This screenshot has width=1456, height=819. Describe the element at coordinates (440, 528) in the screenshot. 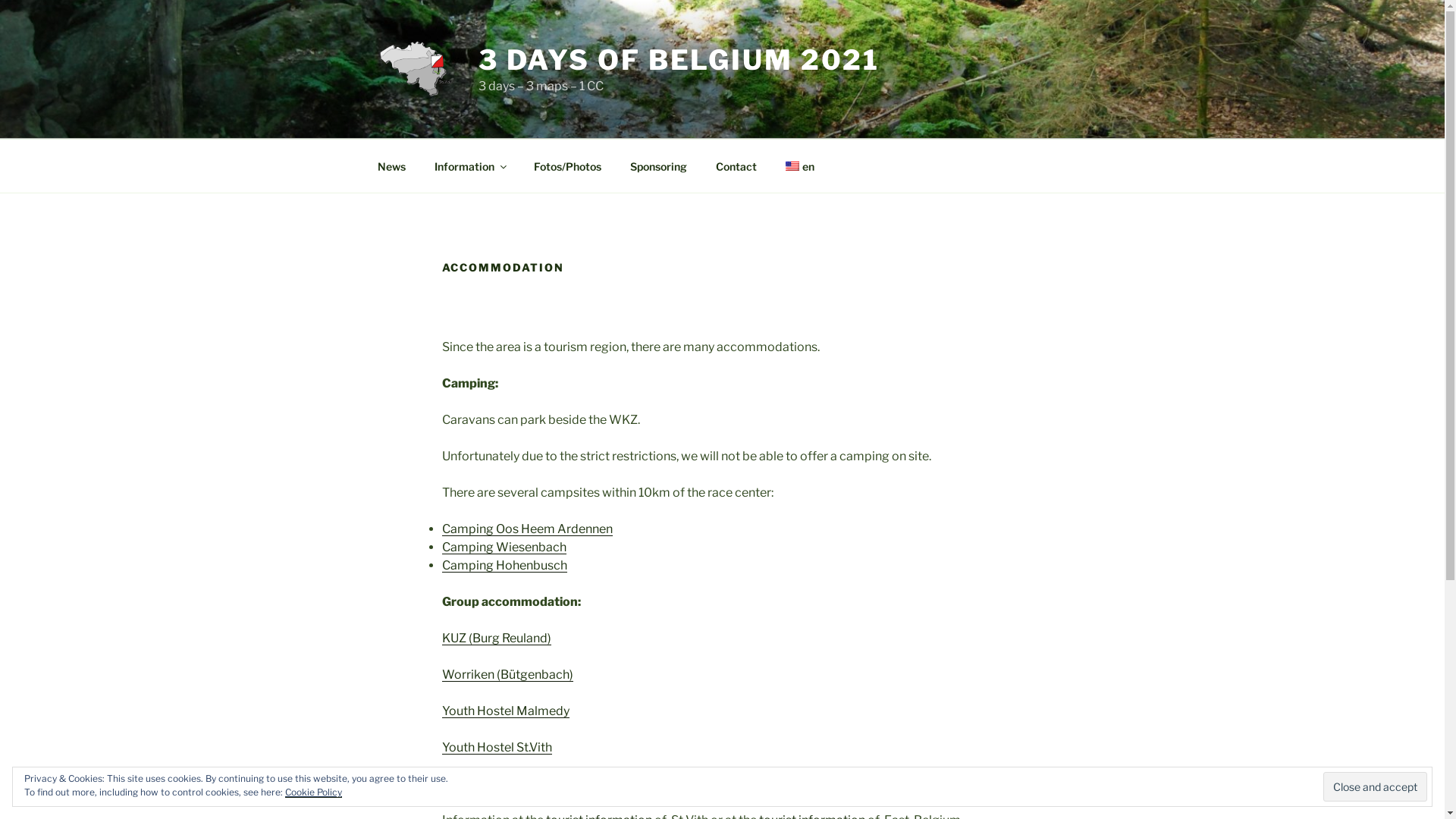

I see `'Camping Oos Heem Ardennen'` at that location.